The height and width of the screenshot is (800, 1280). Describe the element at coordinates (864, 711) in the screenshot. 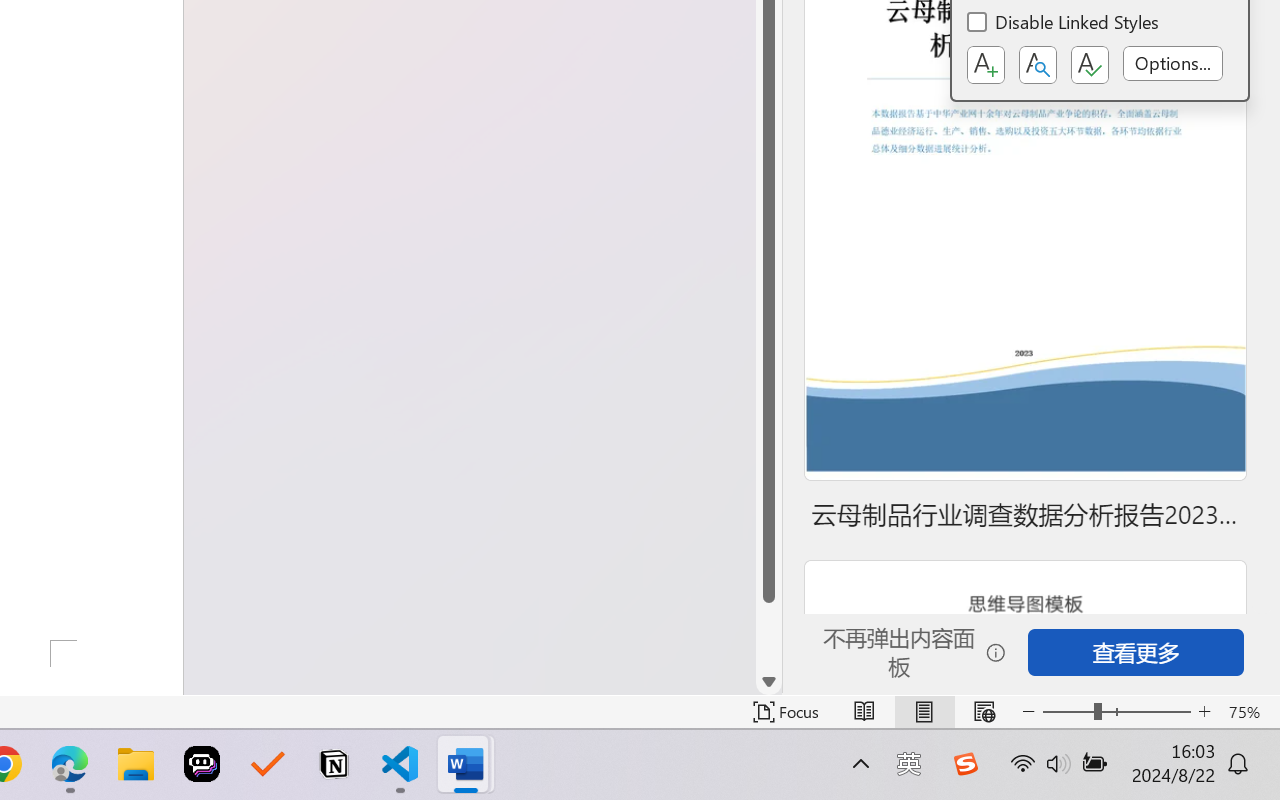

I see `'Read Mode'` at that location.